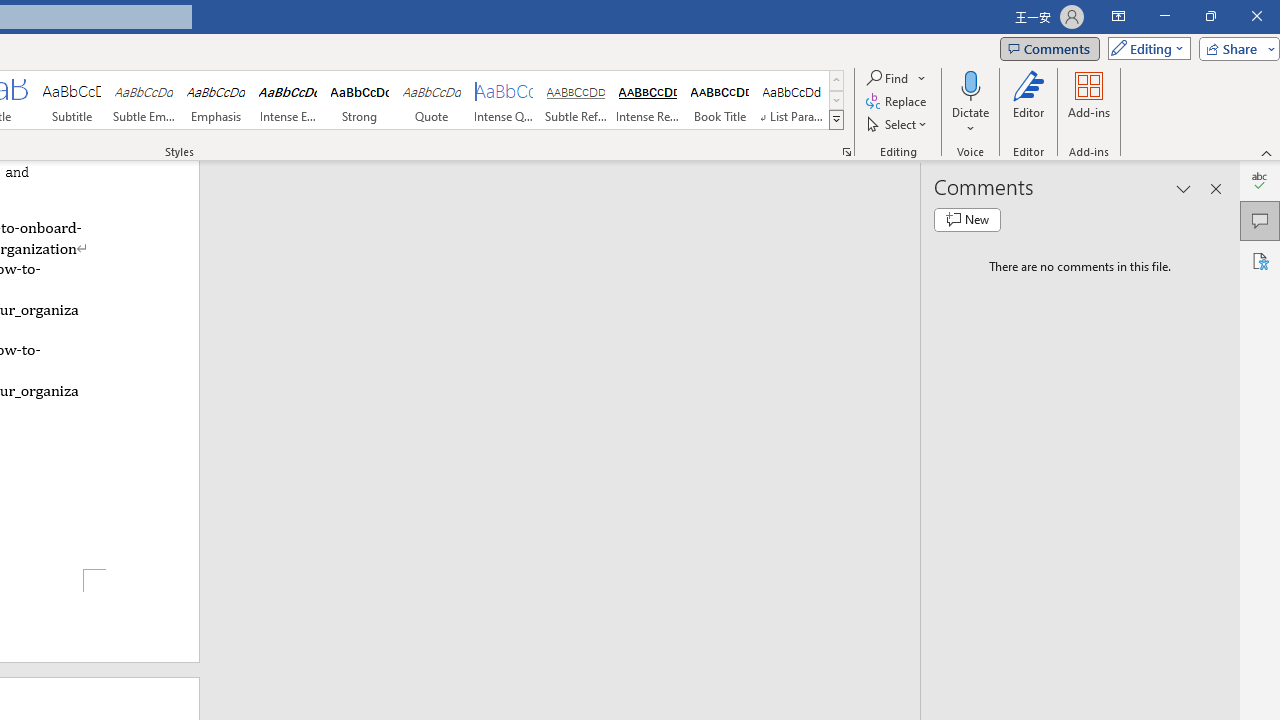  Describe the element at coordinates (970, 84) in the screenshot. I see `'Dictate'` at that location.